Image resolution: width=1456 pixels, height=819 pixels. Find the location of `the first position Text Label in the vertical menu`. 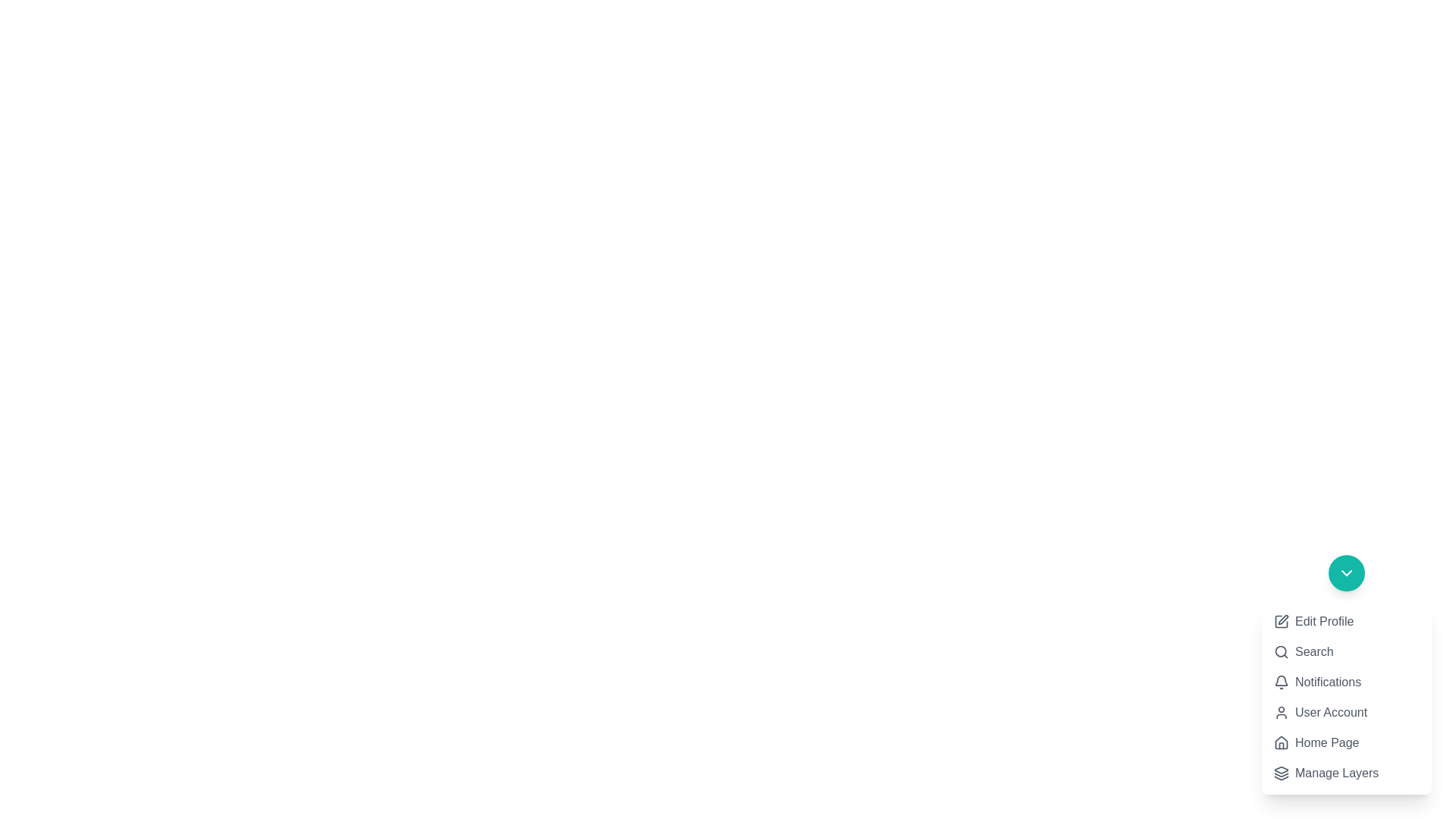

the first position Text Label in the vertical menu is located at coordinates (1323, 622).